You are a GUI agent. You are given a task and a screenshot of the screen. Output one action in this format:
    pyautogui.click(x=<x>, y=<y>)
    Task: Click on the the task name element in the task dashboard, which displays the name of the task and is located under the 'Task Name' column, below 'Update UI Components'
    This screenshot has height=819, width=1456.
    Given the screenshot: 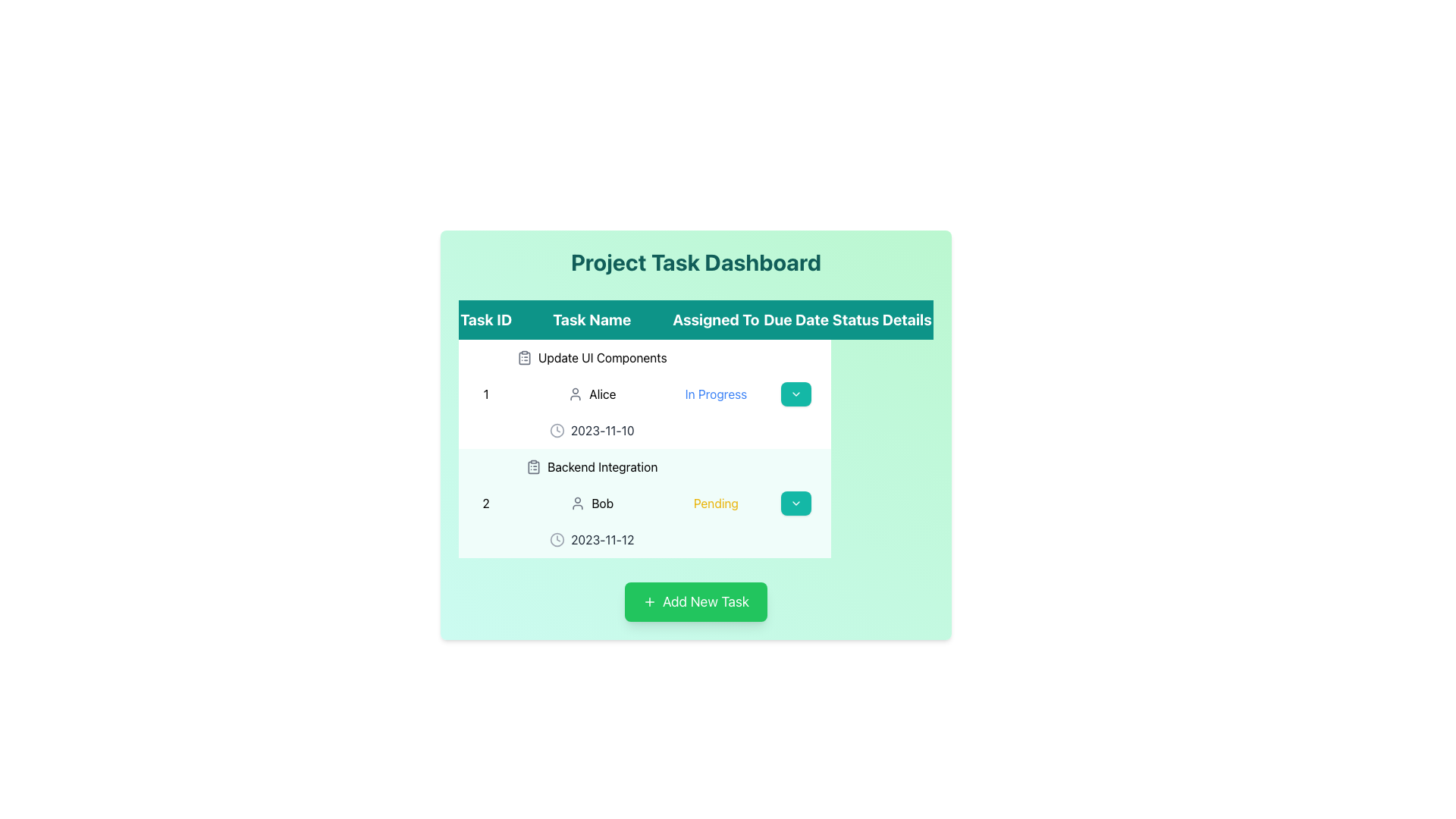 What is the action you would take?
    pyautogui.click(x=591, y=466)
    